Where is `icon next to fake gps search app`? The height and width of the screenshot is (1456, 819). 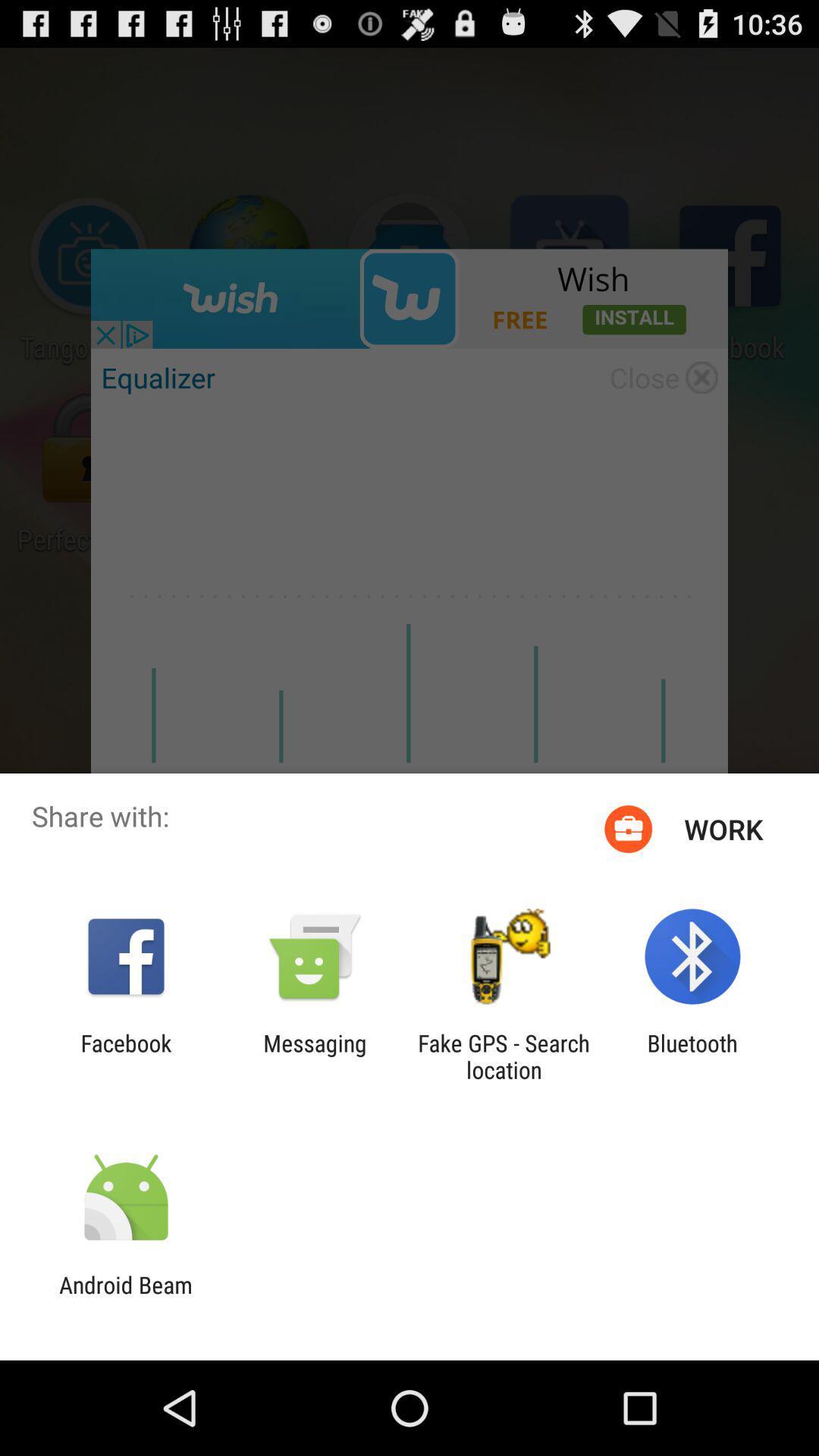
icon next to fake gps search app is located at coordinates (692, 1056).